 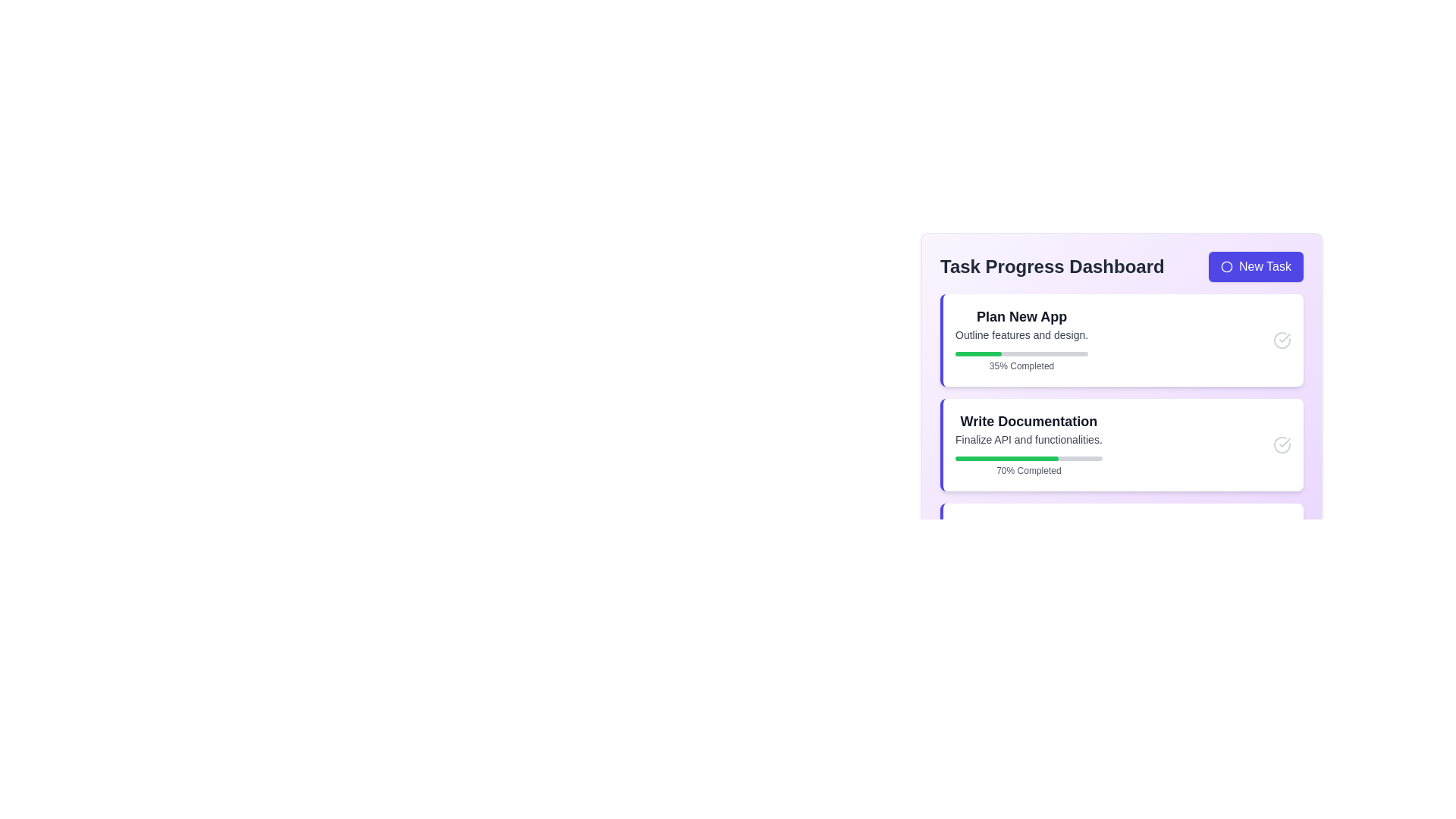 I want to click on the progress bar of the 'Write Documentation' task progress card, which is the second card in the 'Task Progress Dashboard', so click(x=1122, y=444).